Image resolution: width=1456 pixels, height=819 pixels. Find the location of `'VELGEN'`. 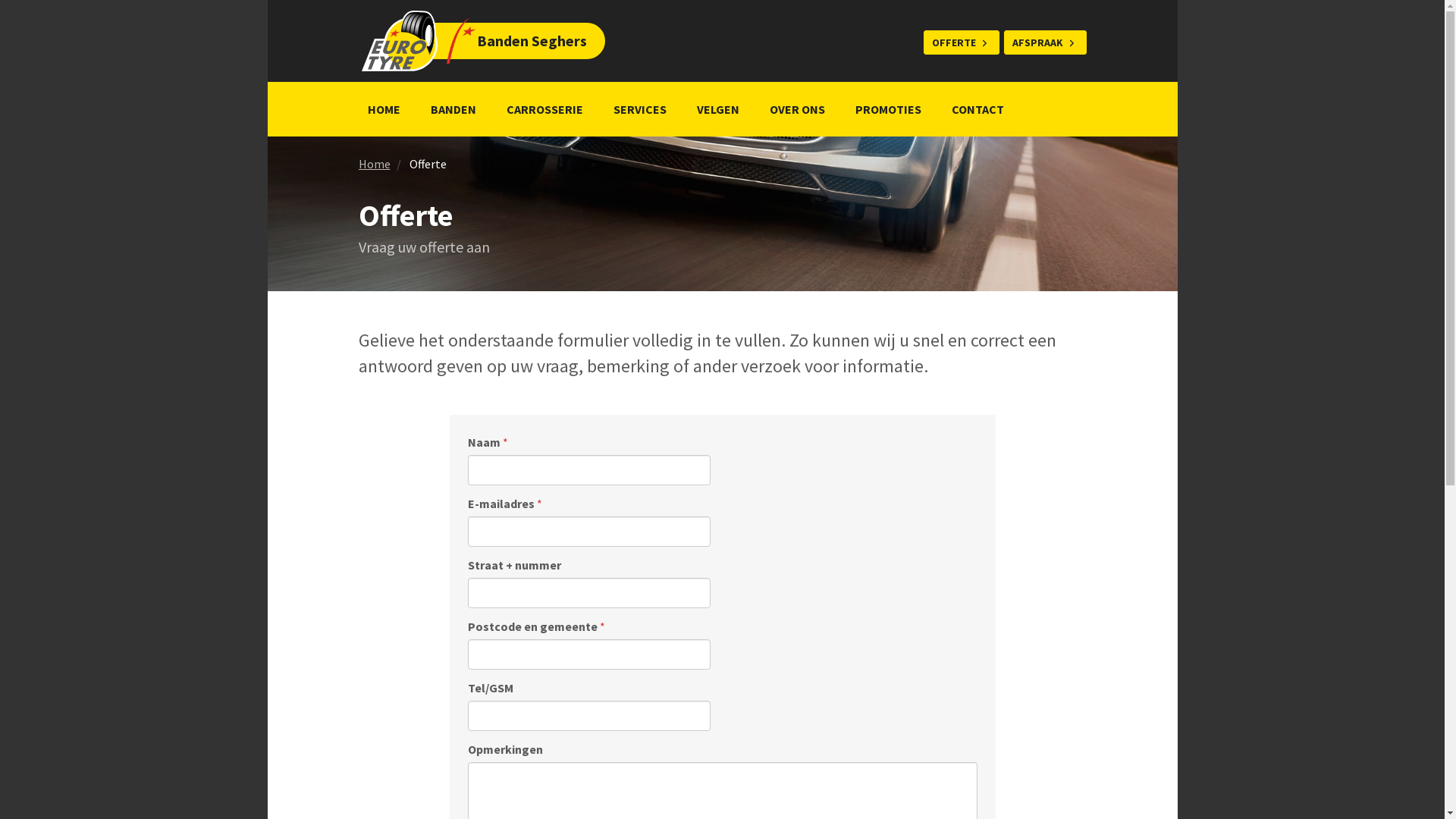

'VELGEN' is located at coordinates (716, 108).